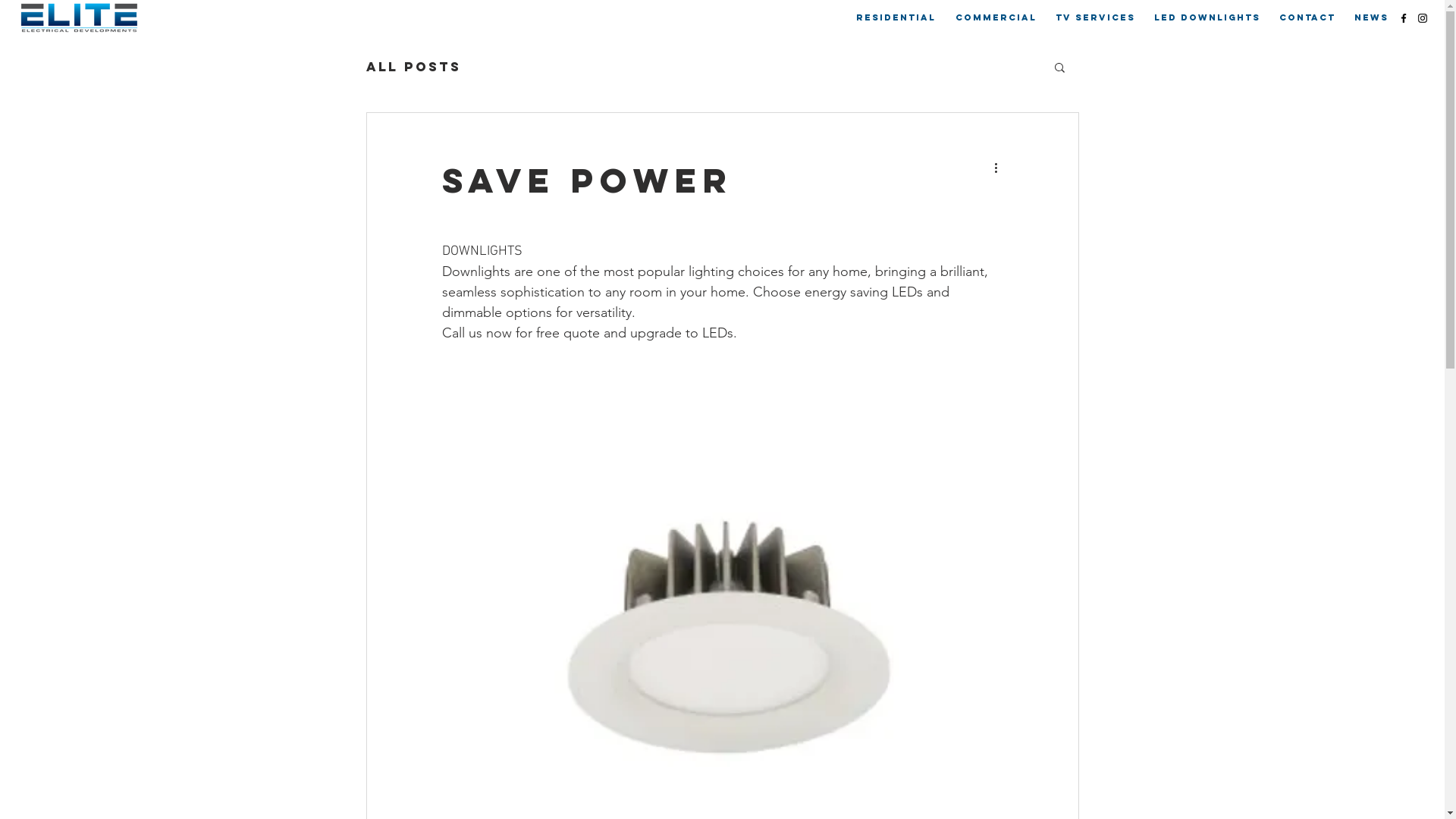  I want to click on 'COMMERCIAL', so click(945, 17).